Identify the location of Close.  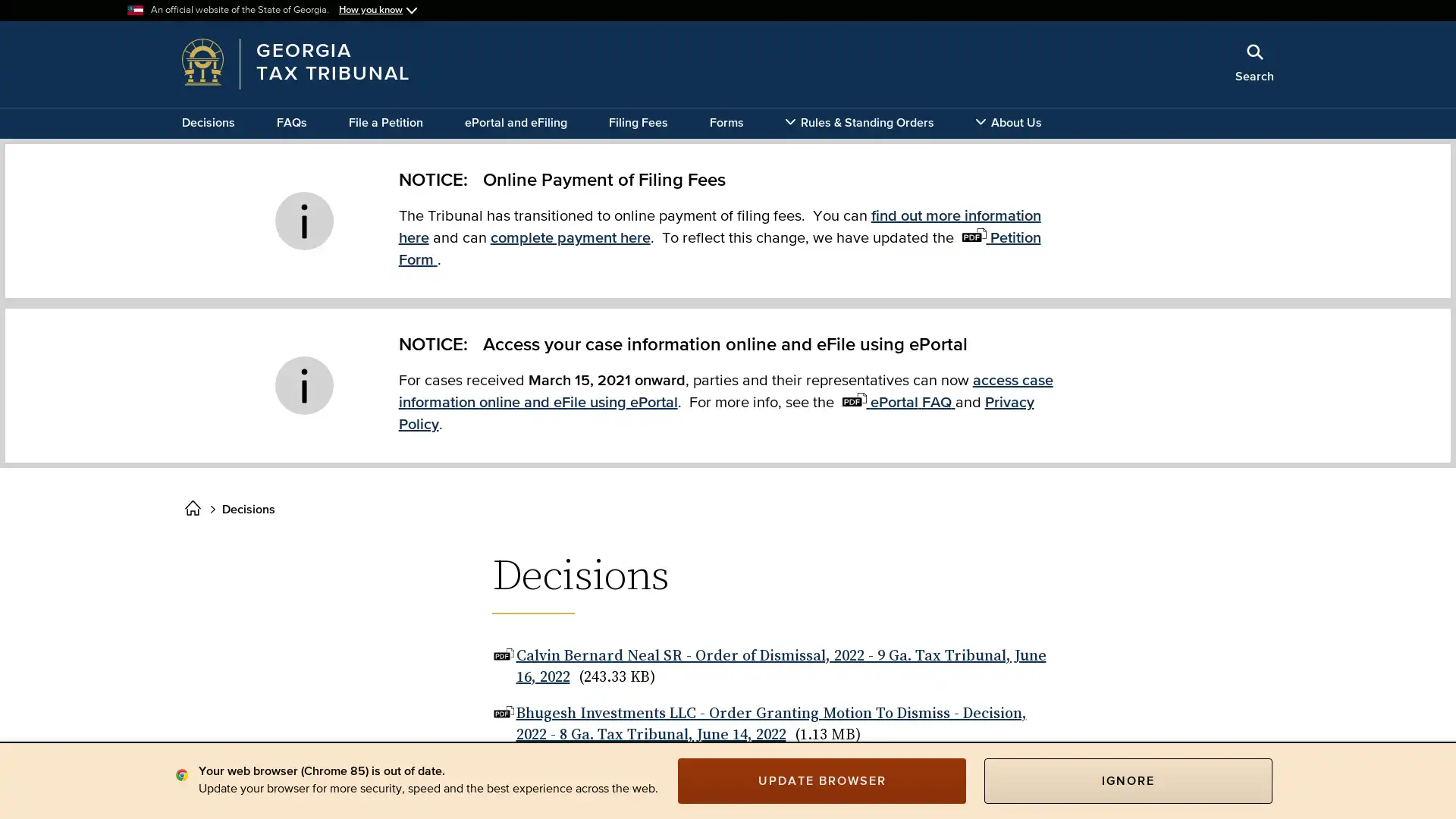
(1257, 47).